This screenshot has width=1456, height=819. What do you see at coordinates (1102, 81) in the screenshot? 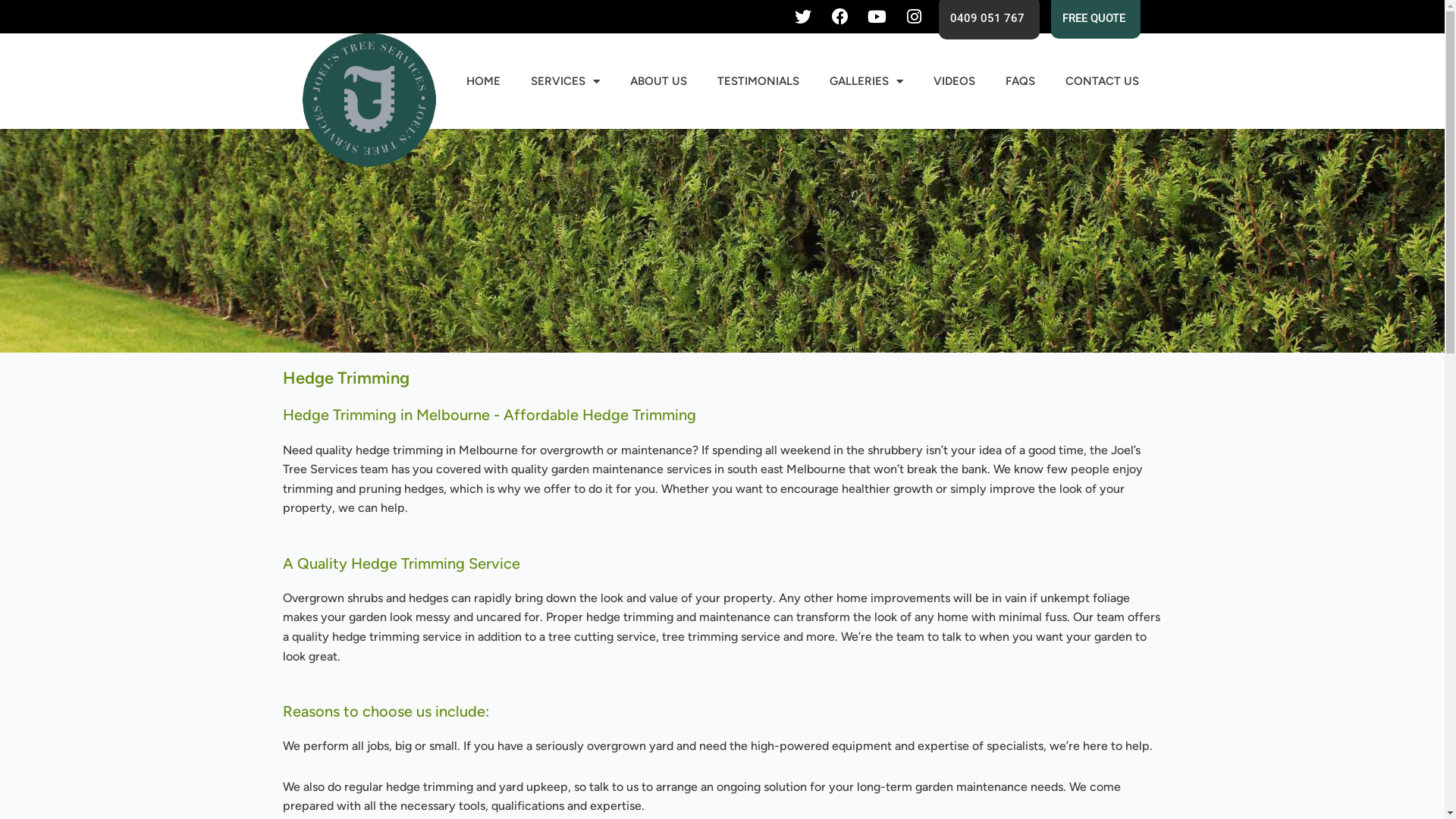
I see `'CONTACT US'` at bounding box center [1102, 81].